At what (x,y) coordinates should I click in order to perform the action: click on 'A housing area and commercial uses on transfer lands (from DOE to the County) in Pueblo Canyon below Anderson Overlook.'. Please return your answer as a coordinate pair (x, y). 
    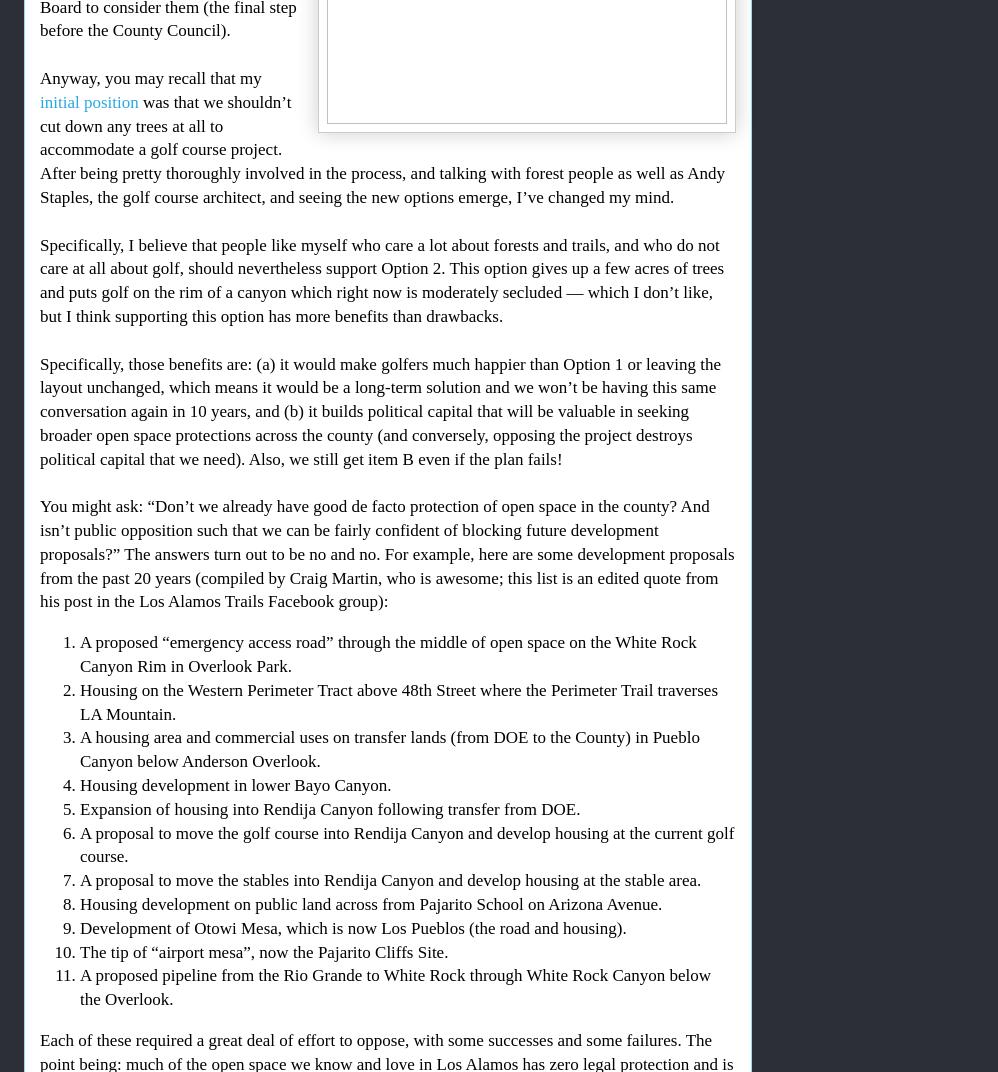
    Looking at the image, I should click on (79, 749).